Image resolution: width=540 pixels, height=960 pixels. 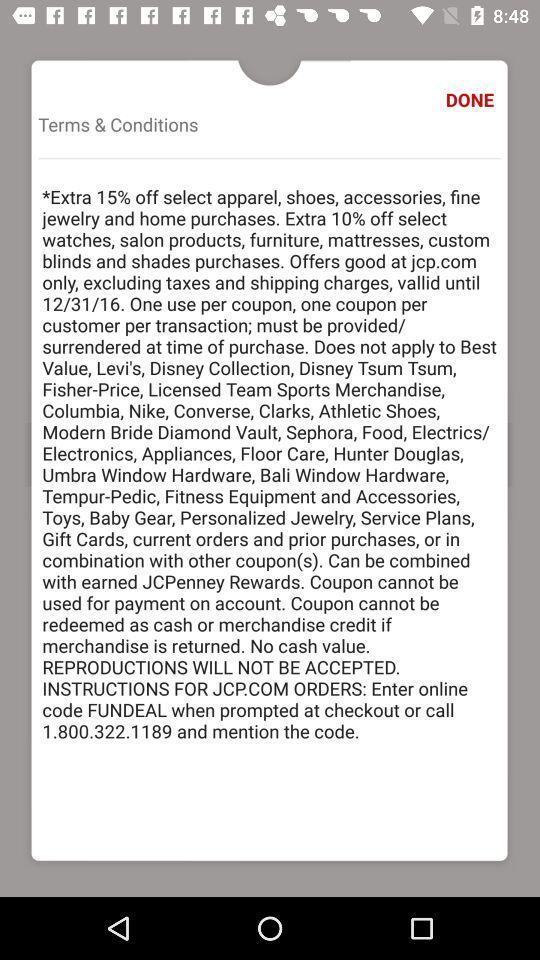 I want to click on the done icon, so click(x=472, y=99).